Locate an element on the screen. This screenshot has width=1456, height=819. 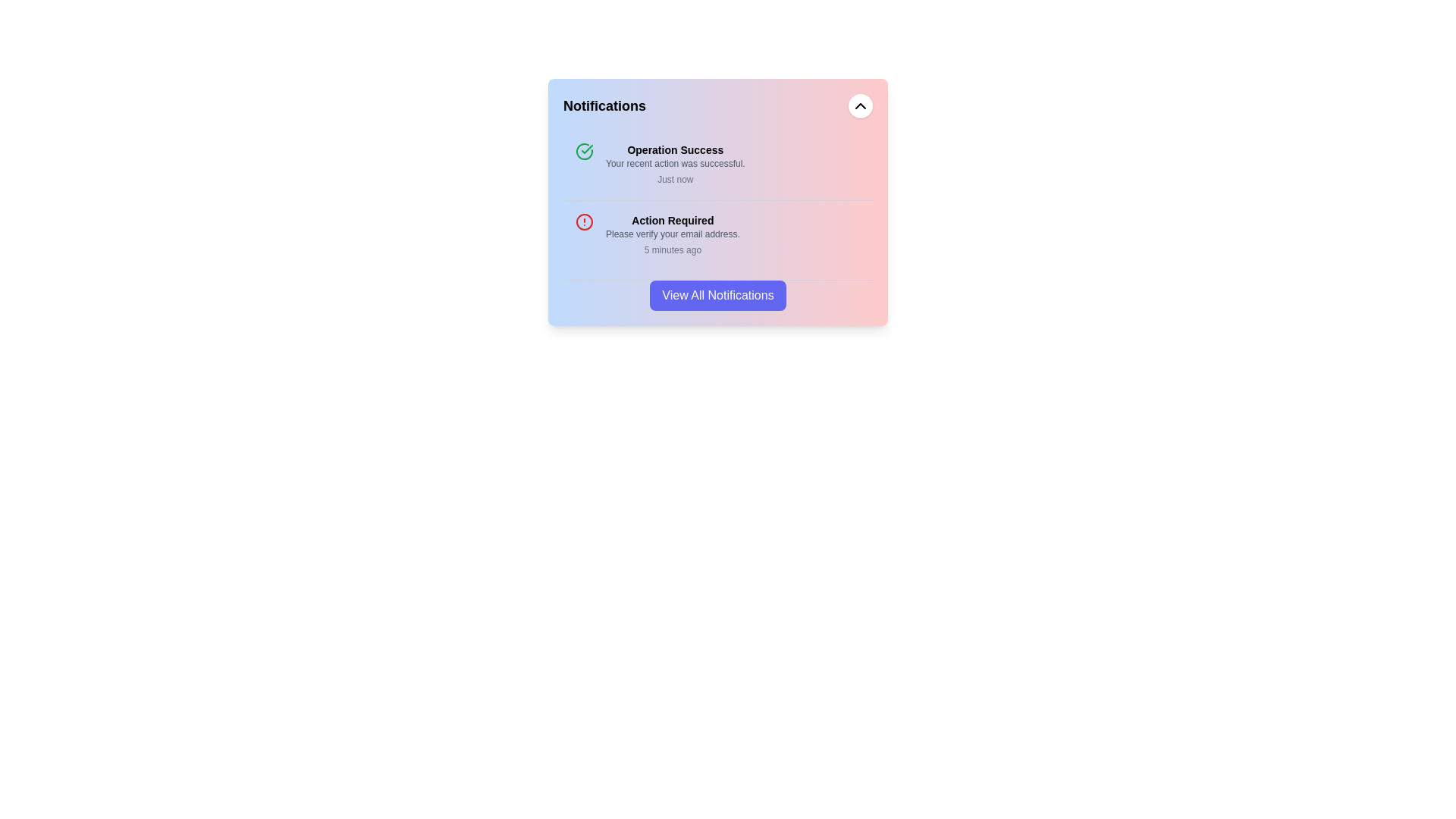
bold text header of the second notification entry in the notification card to understand the notification message is located at coordinates (672, 220).